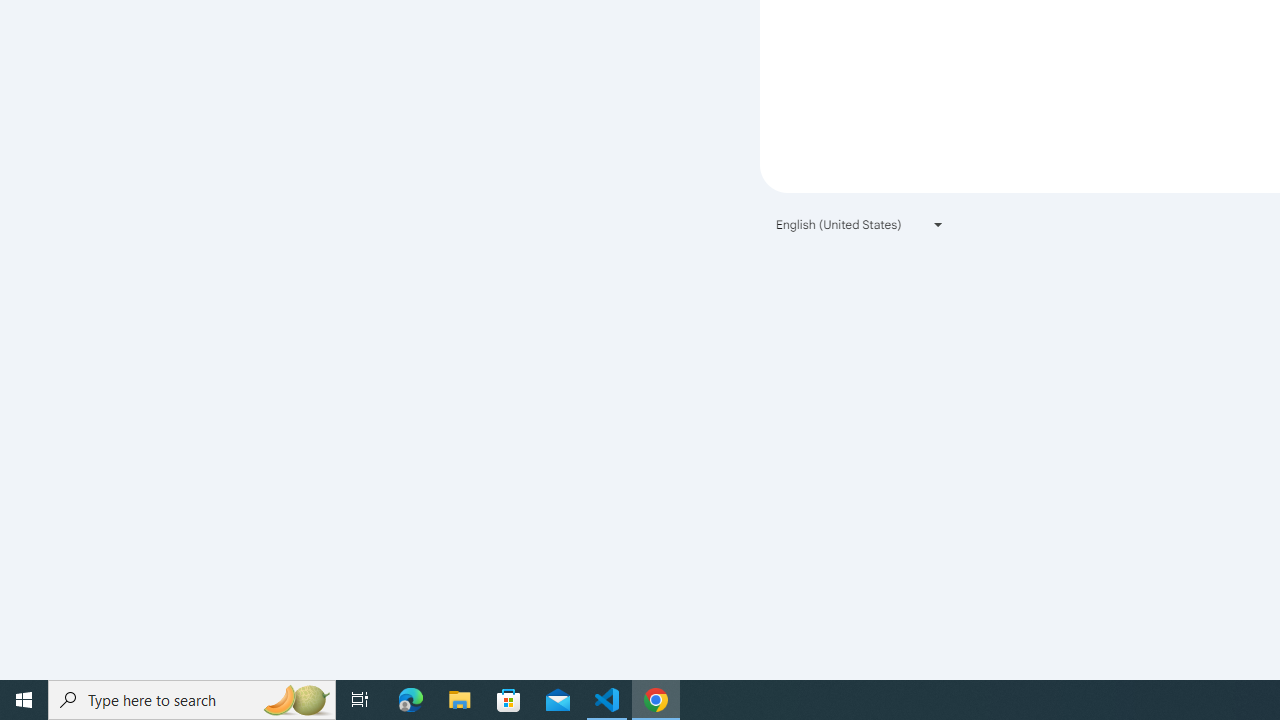 This screenshot has height=720, width=1280. Describe the element at coordinates (860, 224) in the screenshot. I see `'English (United States)'` at that location.